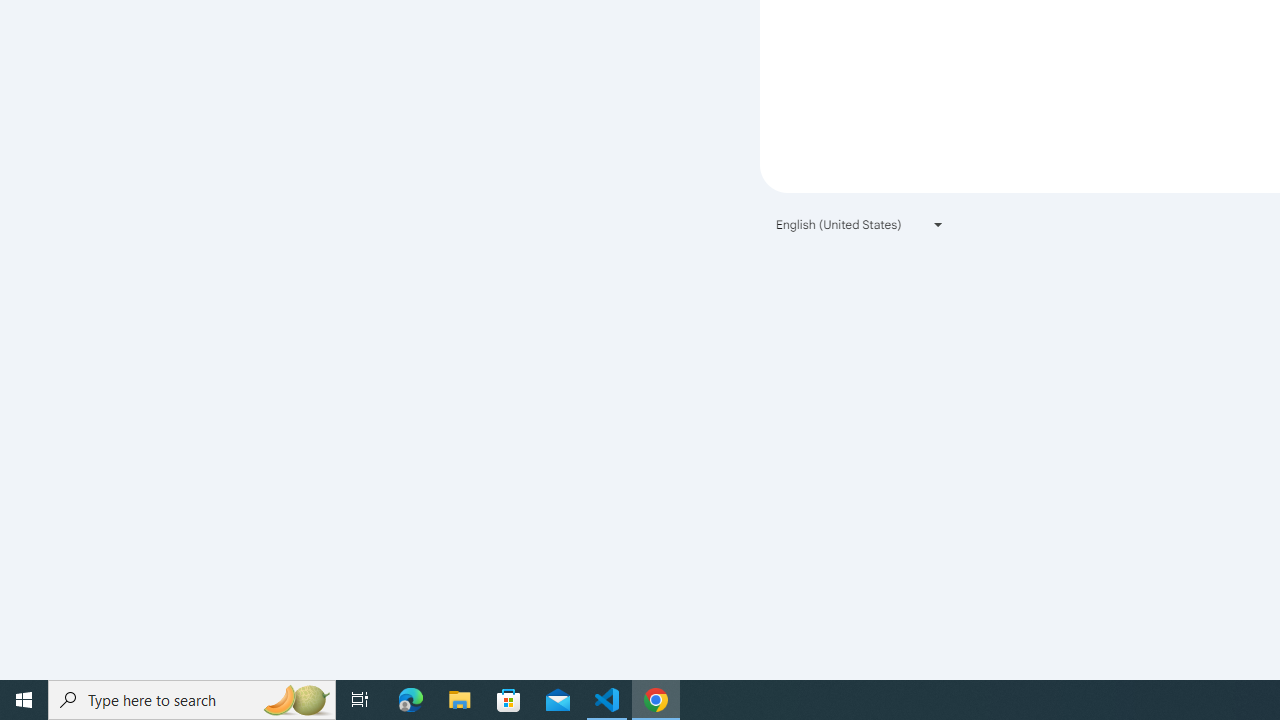 This screenshot has height=720, width=1280. Describe the element at coordinates (860, 224) in the screenshot. I see `'English (United States)'` at that location.